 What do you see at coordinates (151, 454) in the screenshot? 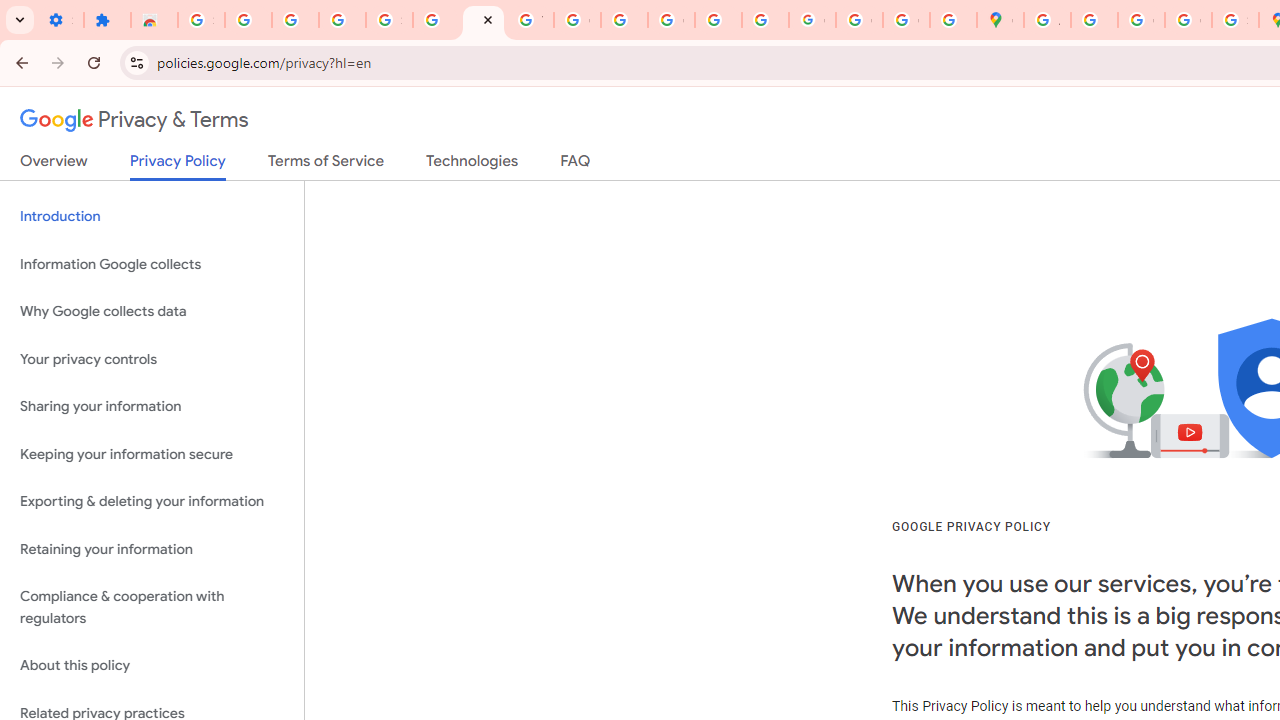
I see `'Keeping your information secure'` at bounding box center [151, 454].